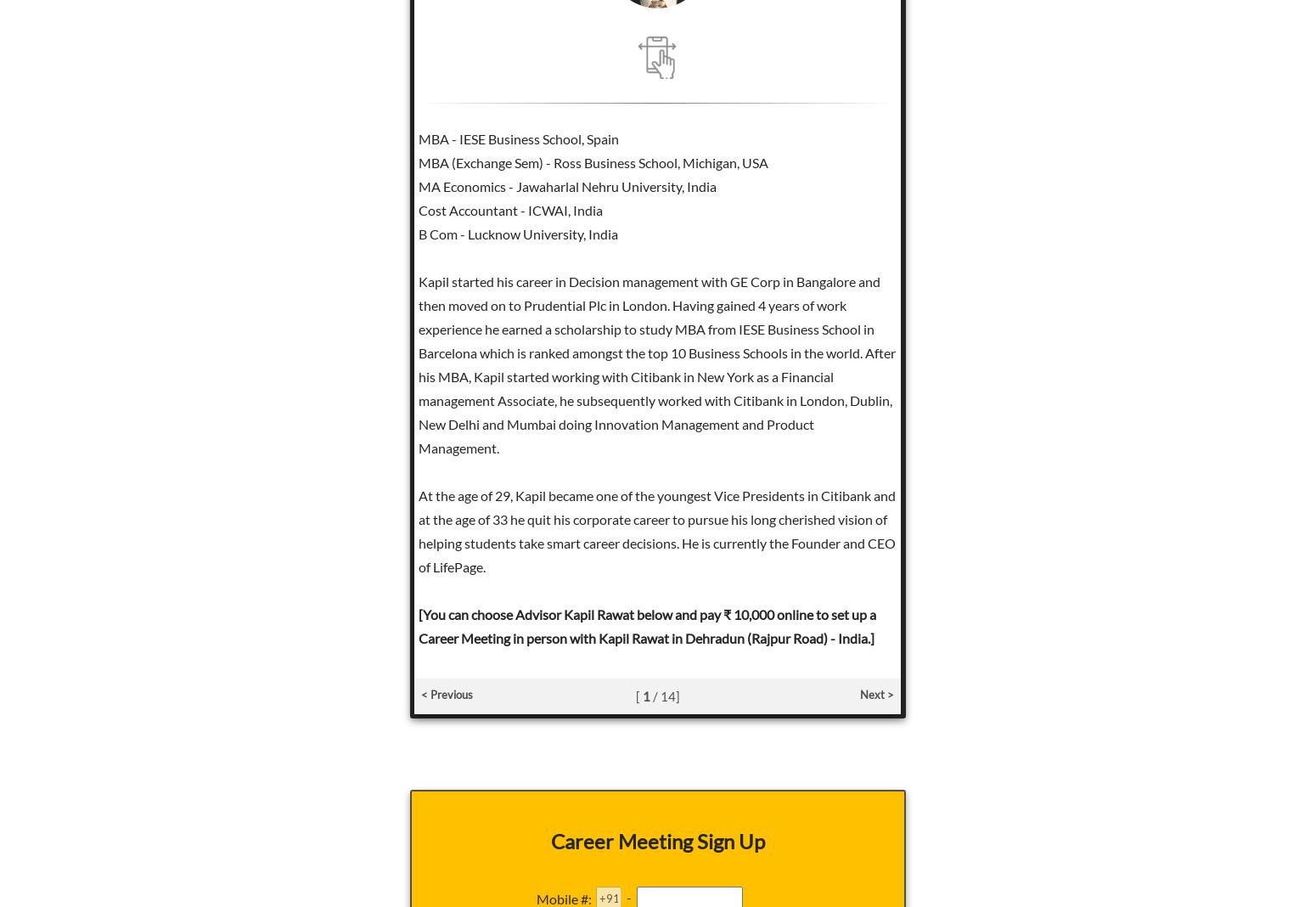 Image resolution: width=1316 pixels, height=907 pixels. I want to click on '[You can choose Advisor Kapil Rawat below and pay ₹ 10,000 online to set up a Career Meeting in person with Kapil Rawat in Dehradun (Rajpur Road) - India.]', so click(416, 625).